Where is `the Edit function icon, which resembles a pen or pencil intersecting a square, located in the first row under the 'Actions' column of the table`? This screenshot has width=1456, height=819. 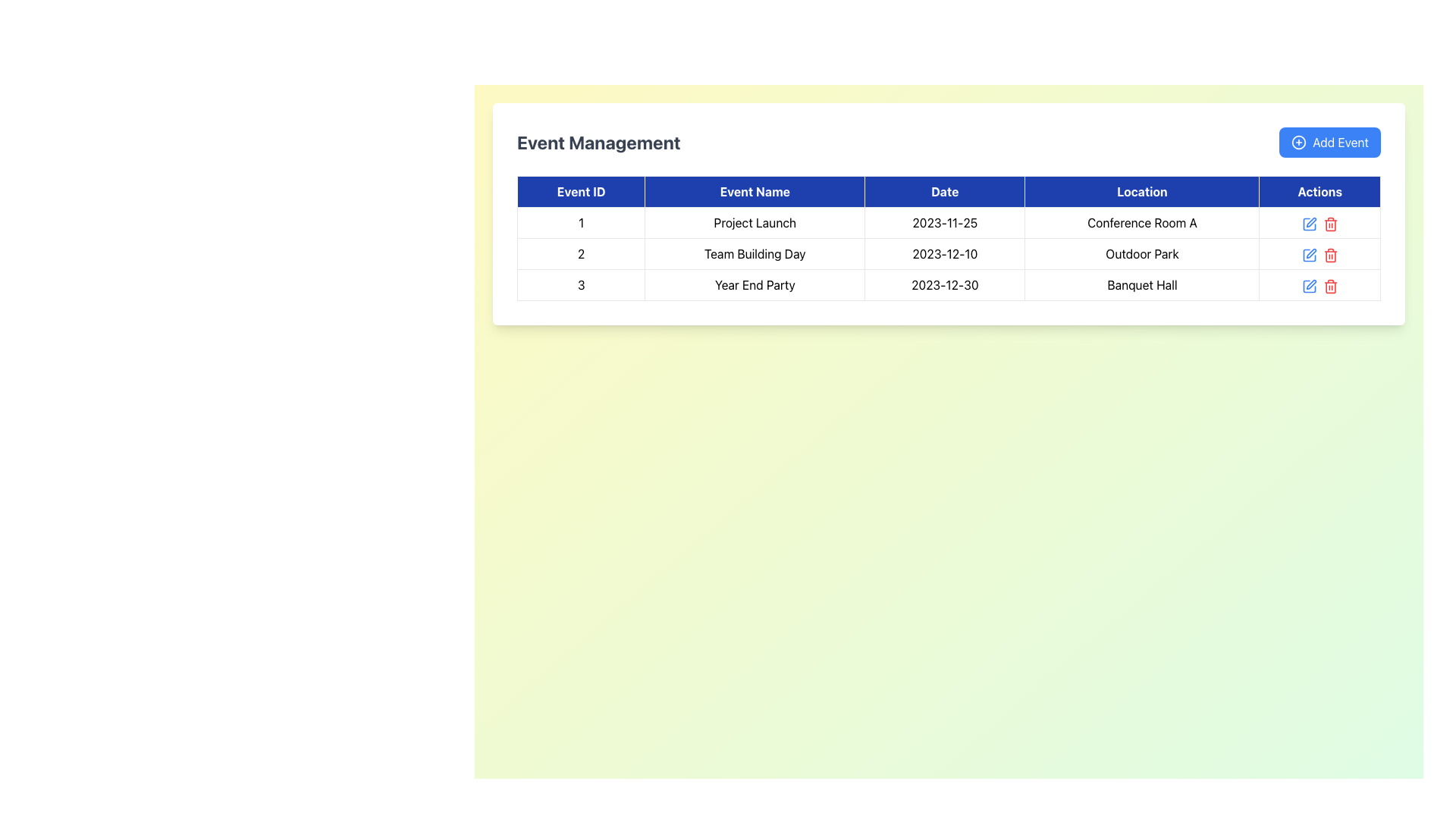
the Edit function icon, which resembles a pen or pencil intersecting a square, located in the first row under the 'Actions' column of the table is located at coordinates (1310, 222).